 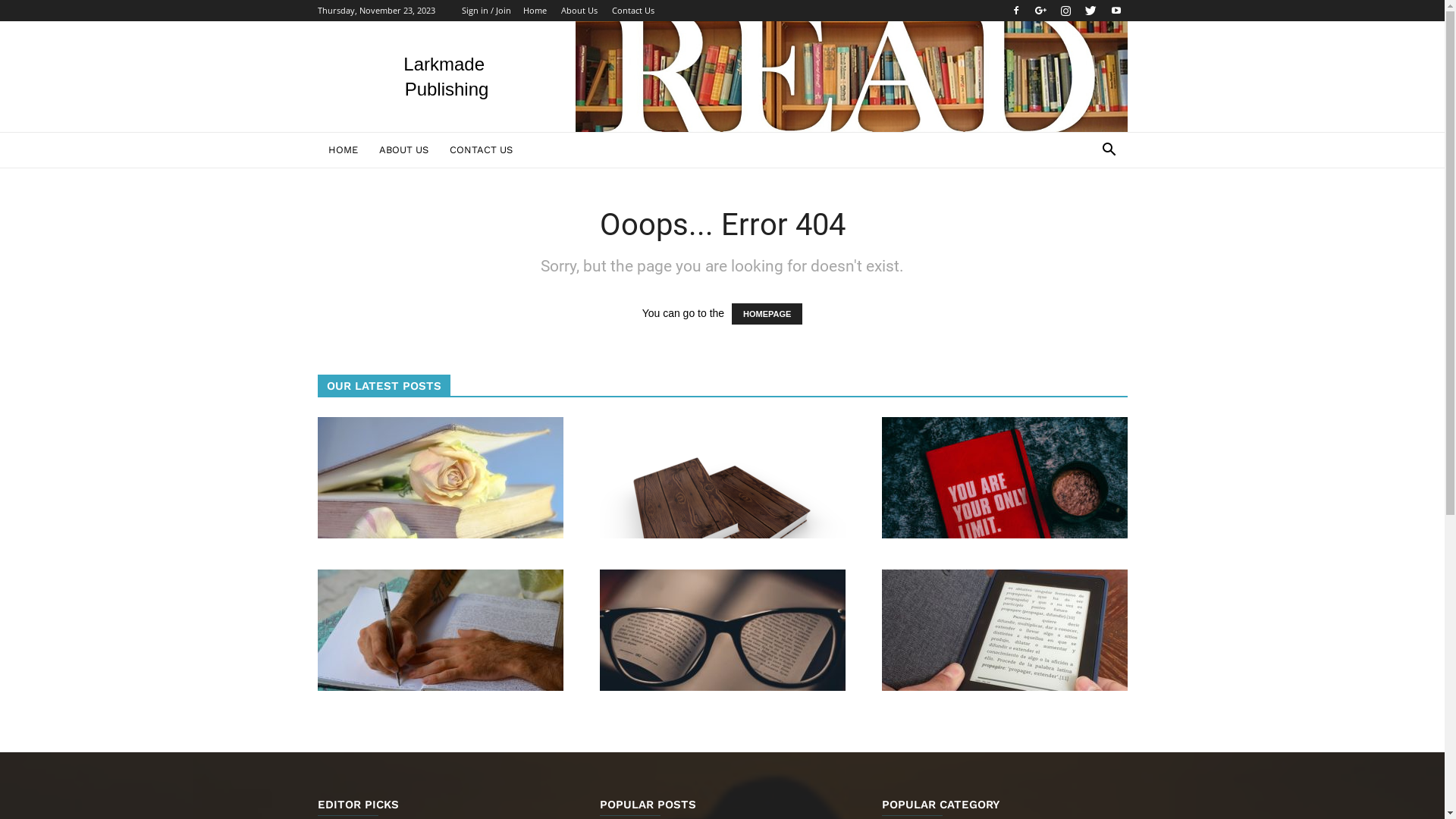 I want to click on 'Sign in / Join', so click(x=485, y=10).